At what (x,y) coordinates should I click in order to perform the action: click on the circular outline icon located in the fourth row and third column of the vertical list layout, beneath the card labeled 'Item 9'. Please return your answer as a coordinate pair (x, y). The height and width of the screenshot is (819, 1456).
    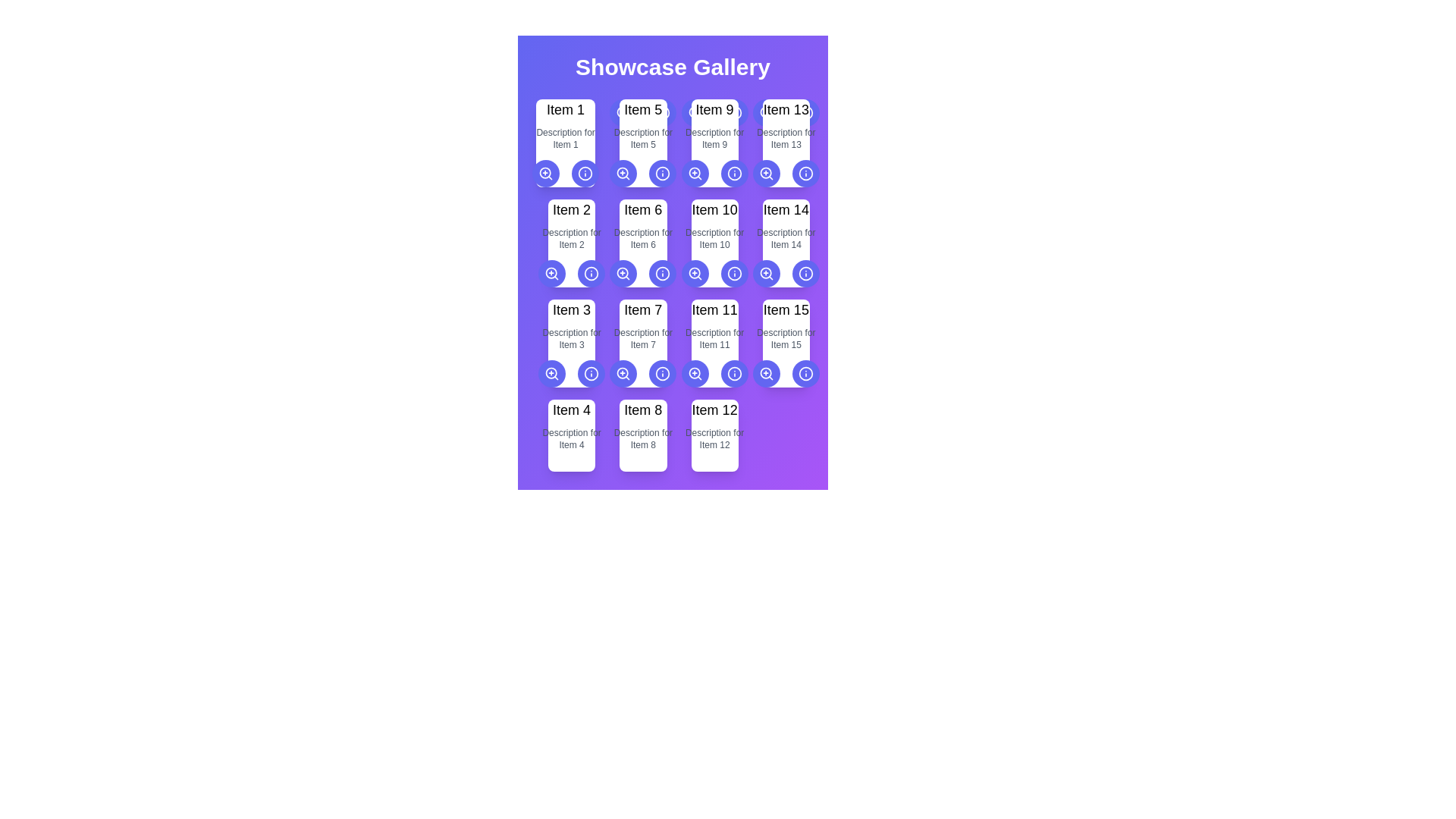
    Looking at the image, I should click on (663, 172).